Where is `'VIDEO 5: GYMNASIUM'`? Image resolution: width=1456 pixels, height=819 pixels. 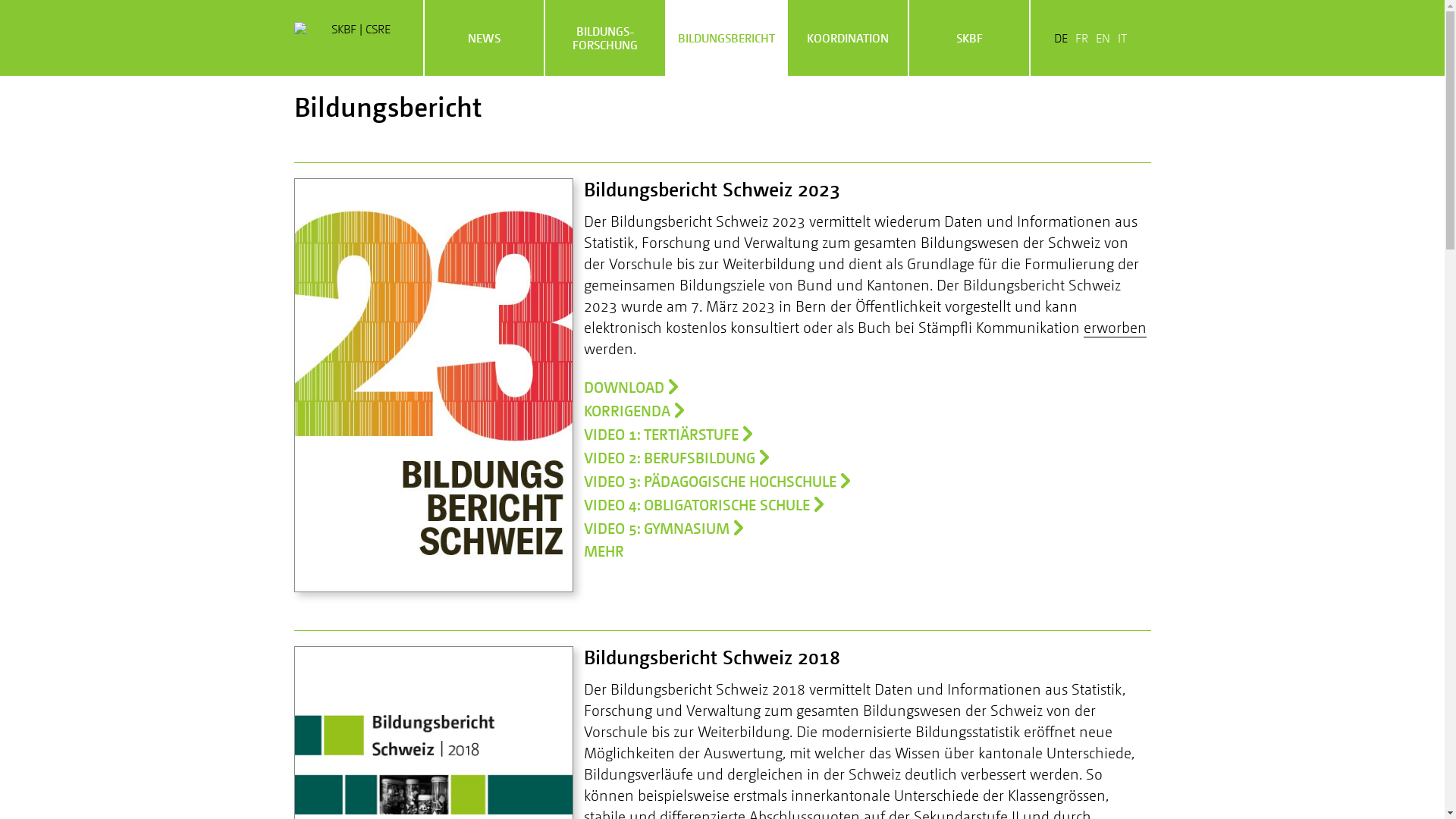 'VIDEO 5: GYMNASIUM' is located at coordinates (663, 526).